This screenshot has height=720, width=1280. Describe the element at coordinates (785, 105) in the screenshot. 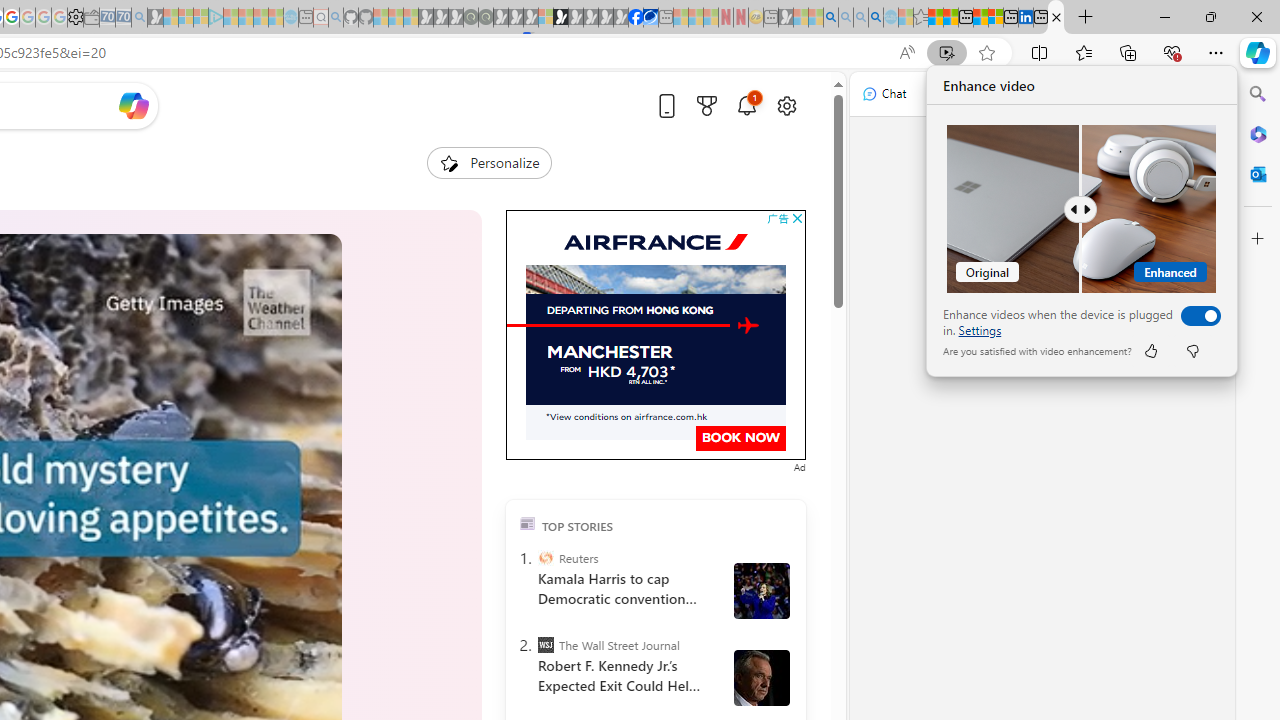

I see `'Open settings'` at that location.